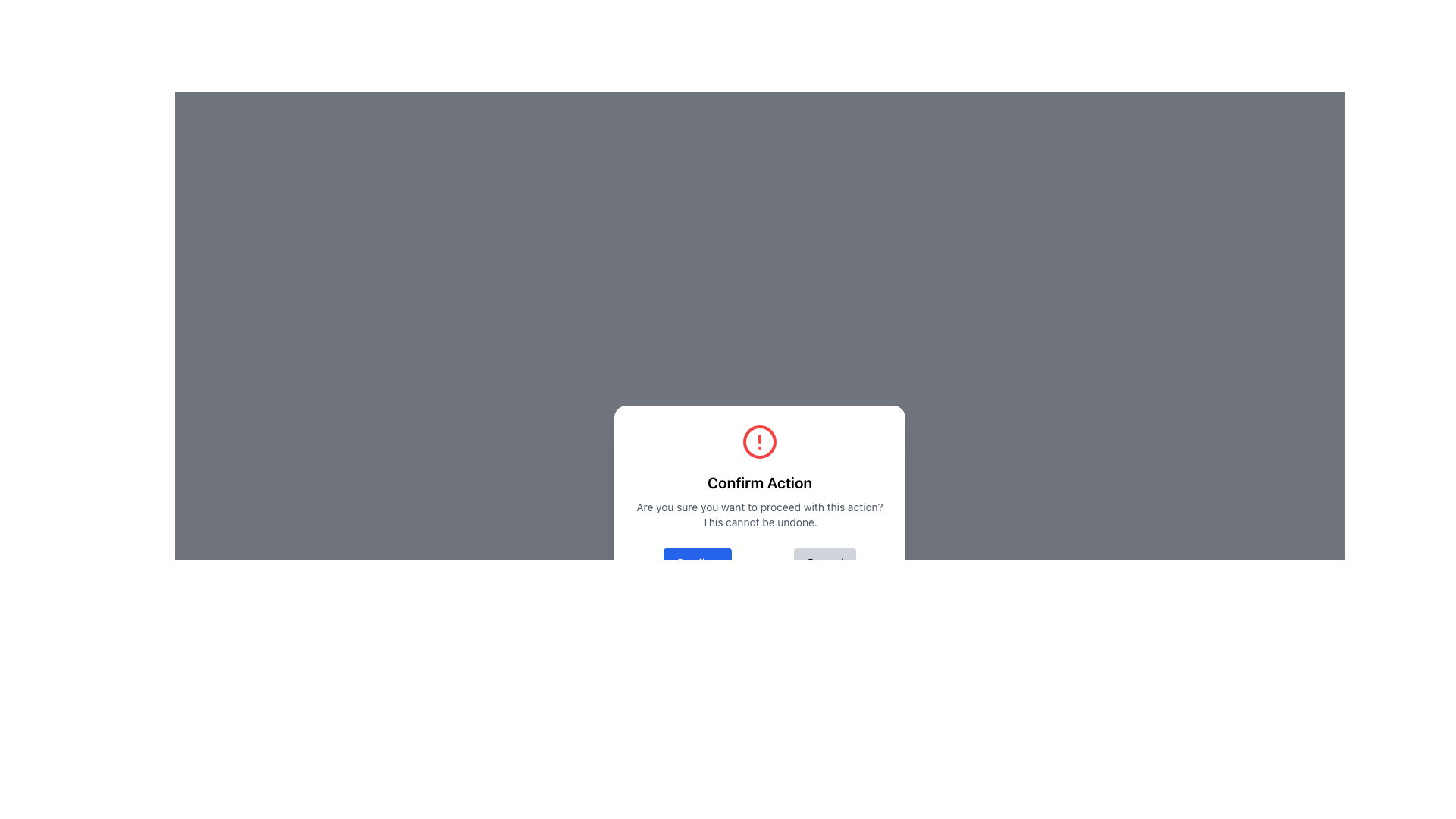 The height and width of the screenshot is (819, 1456). Describe the element at coordinates (697, 563) in the screenshot. I see `the 'Confirm' button, which is a blue rectangular button with rounded corners and the text 'Confirm' in bold white font, located in the bottom left section of the modal dialog` at that location.